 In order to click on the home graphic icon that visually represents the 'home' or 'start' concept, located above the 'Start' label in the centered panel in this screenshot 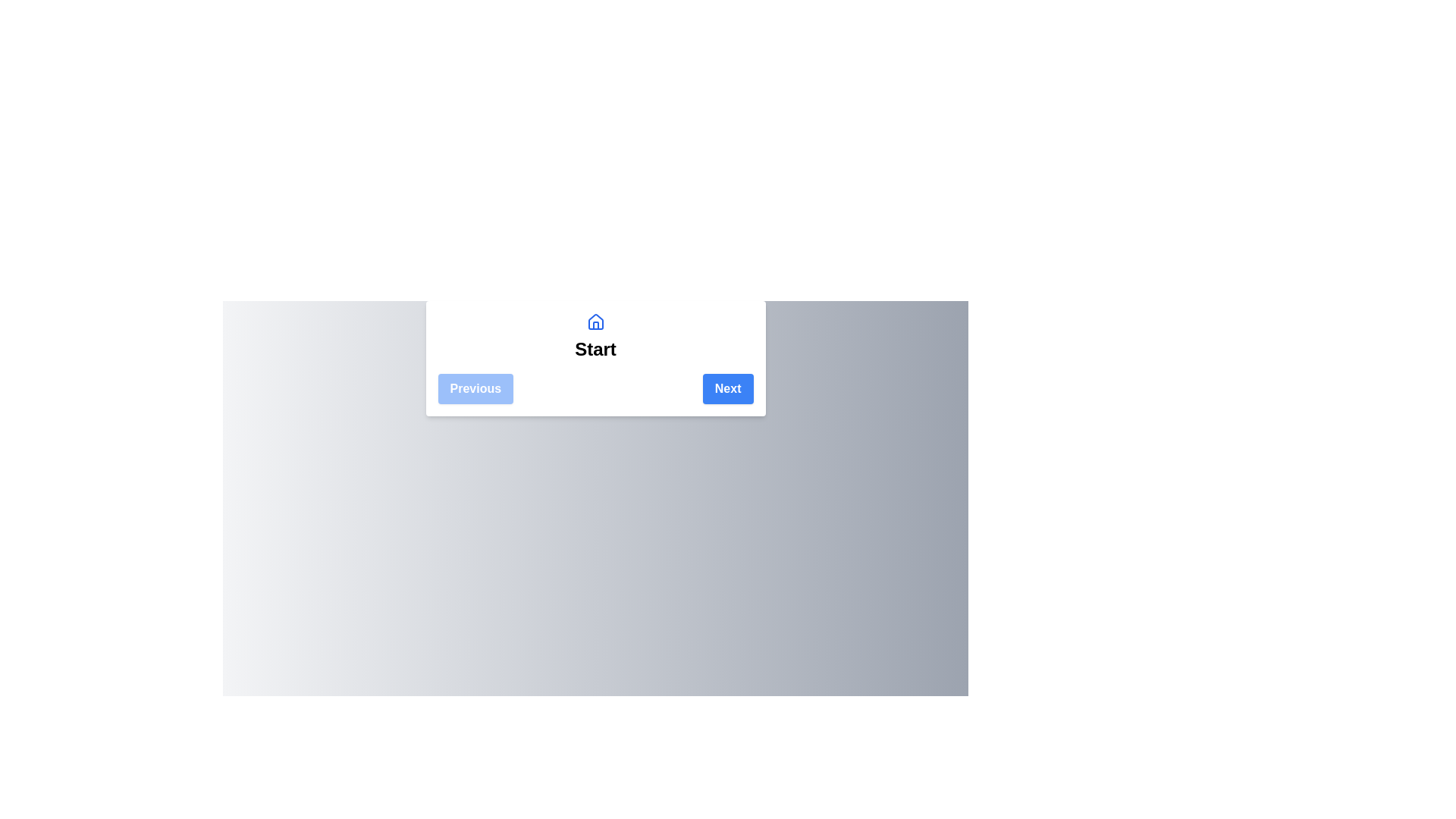, I will do `click(595, 321)`.